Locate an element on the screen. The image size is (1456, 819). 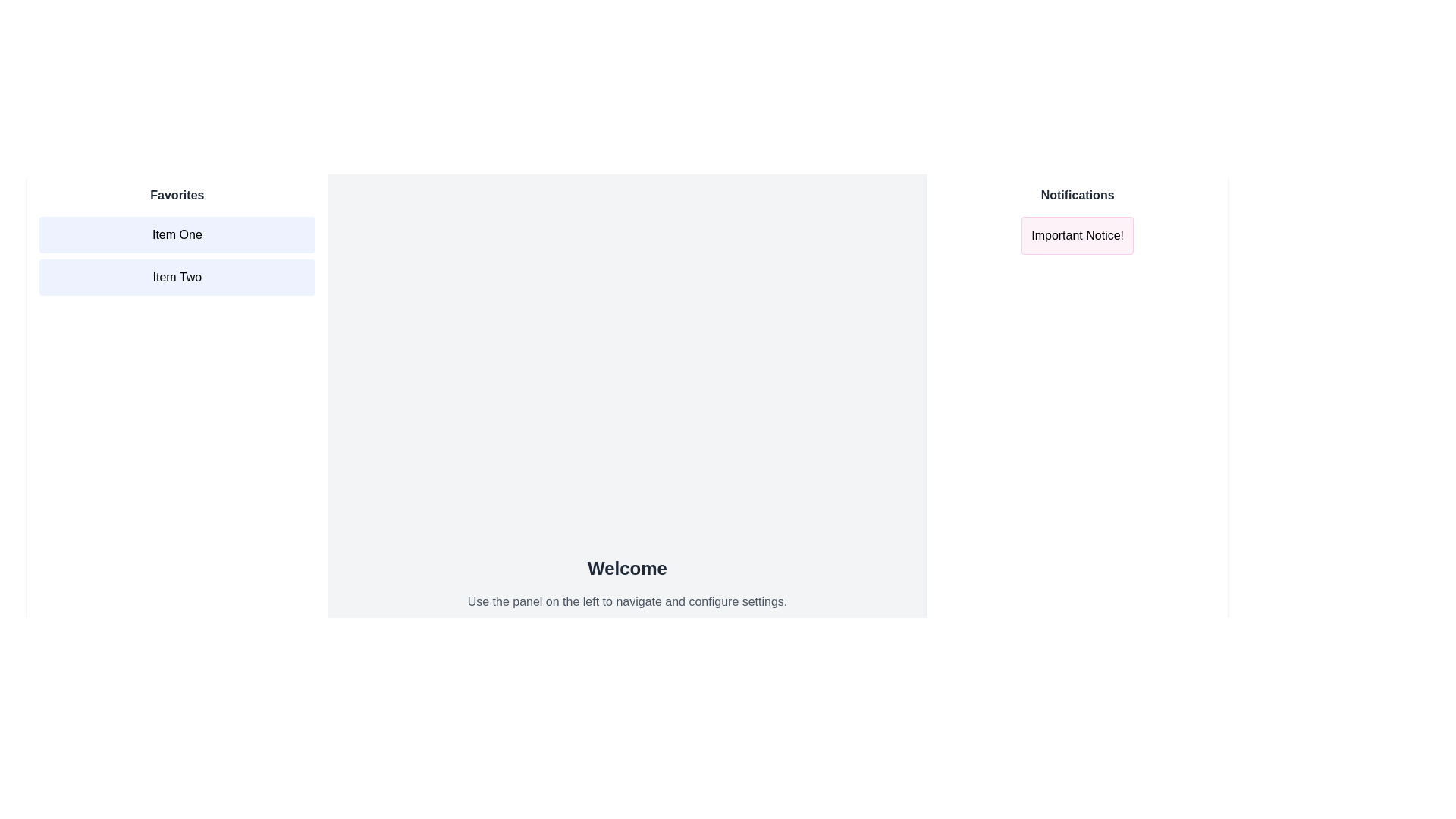
text label displaying 'Welcome' which is prominently styled in bold and large font at the bottom center of the application's main panel is located at coordinates (627, 568).